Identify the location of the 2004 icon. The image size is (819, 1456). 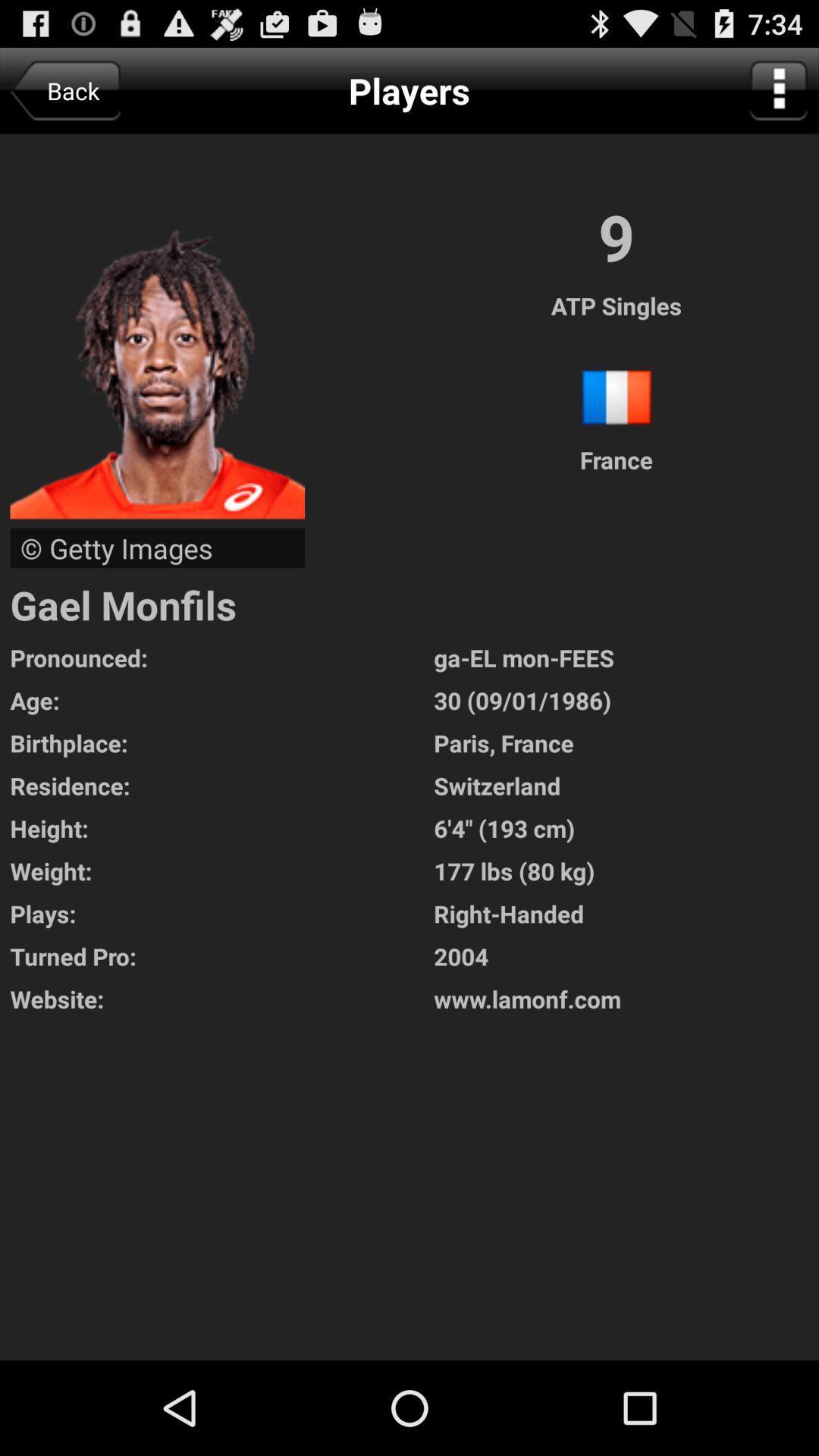
(626, 955).